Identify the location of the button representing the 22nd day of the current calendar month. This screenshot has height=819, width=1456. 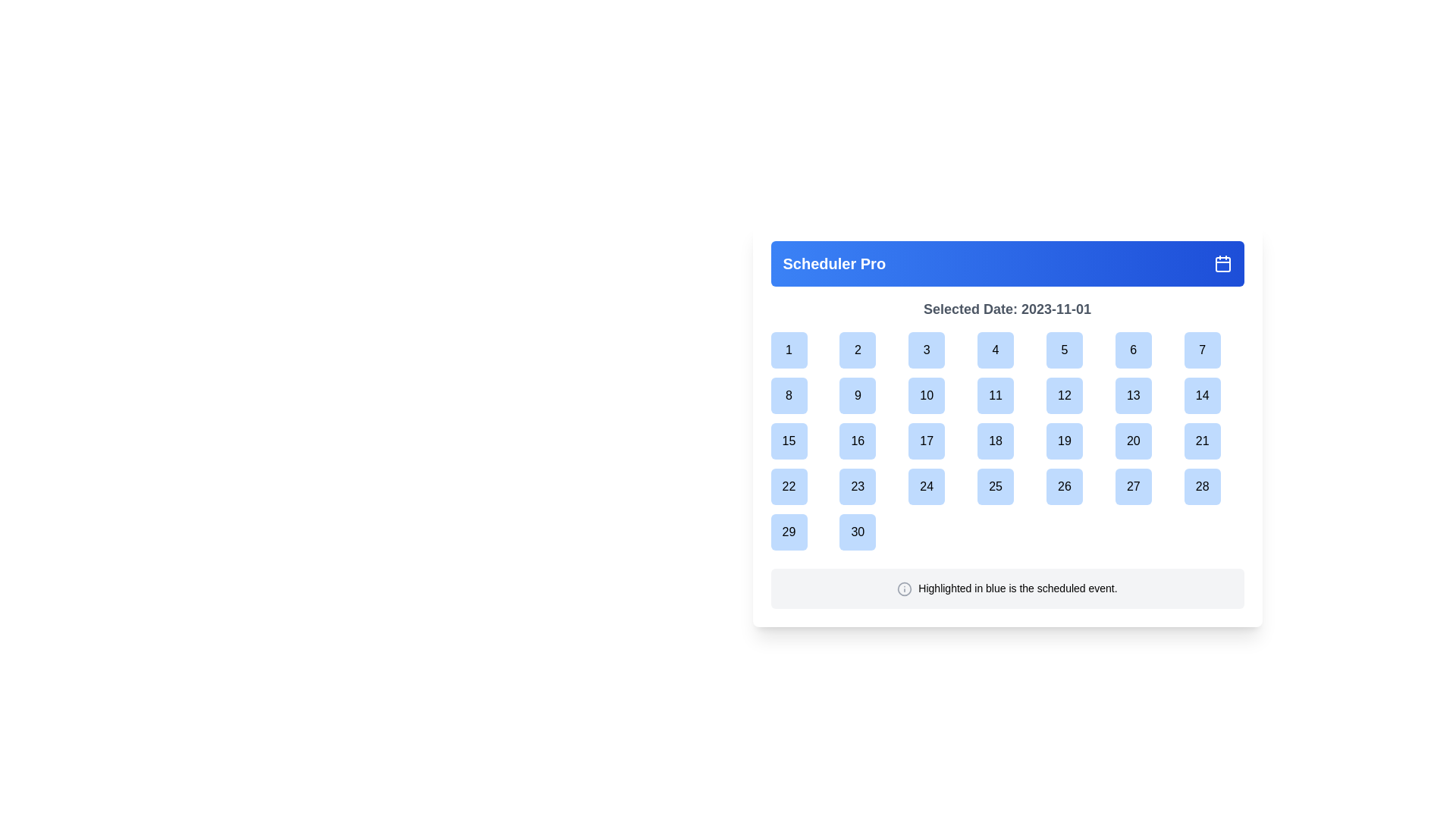
(800, 486).